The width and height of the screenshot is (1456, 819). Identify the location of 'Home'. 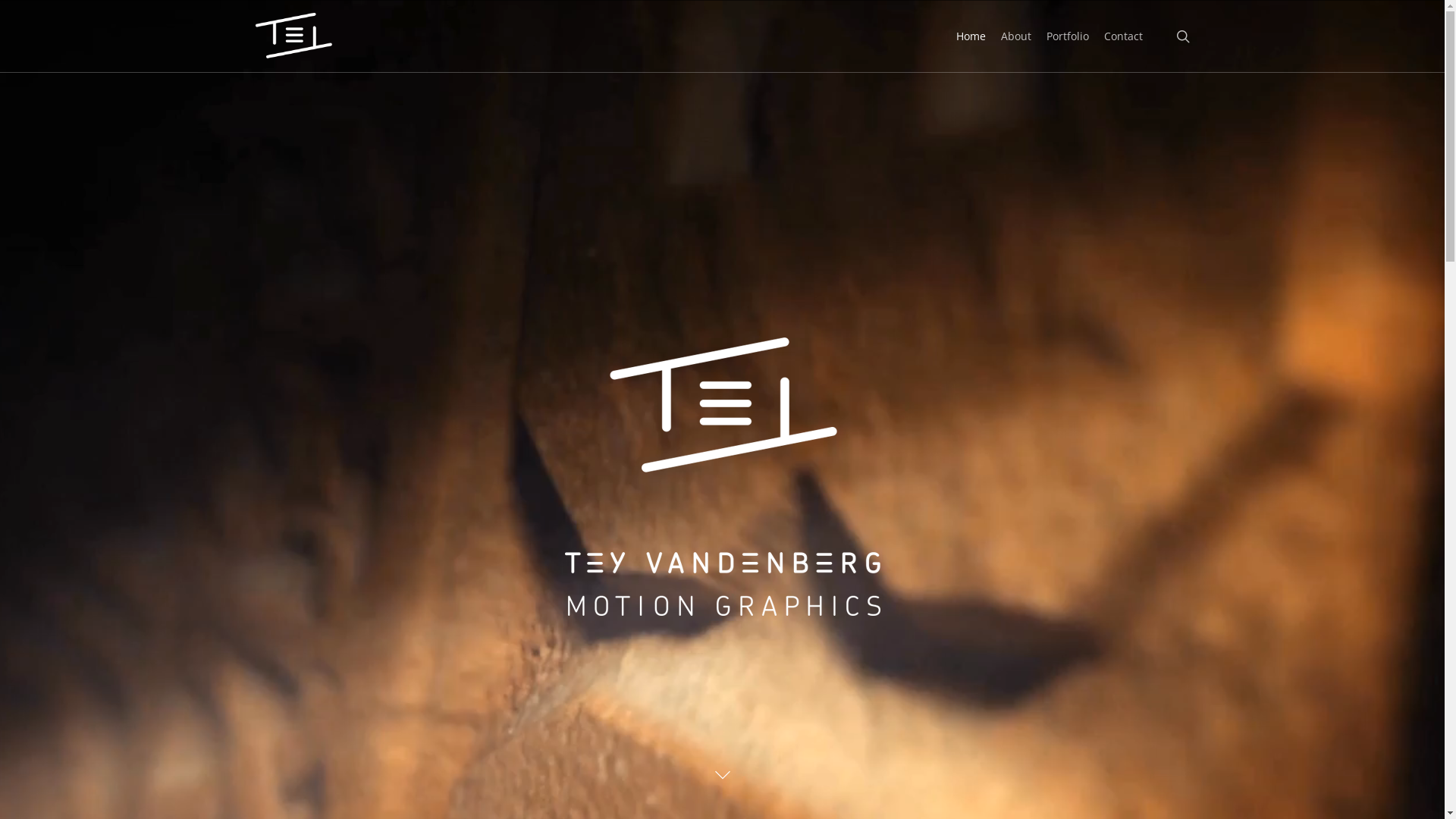
(971, 35).